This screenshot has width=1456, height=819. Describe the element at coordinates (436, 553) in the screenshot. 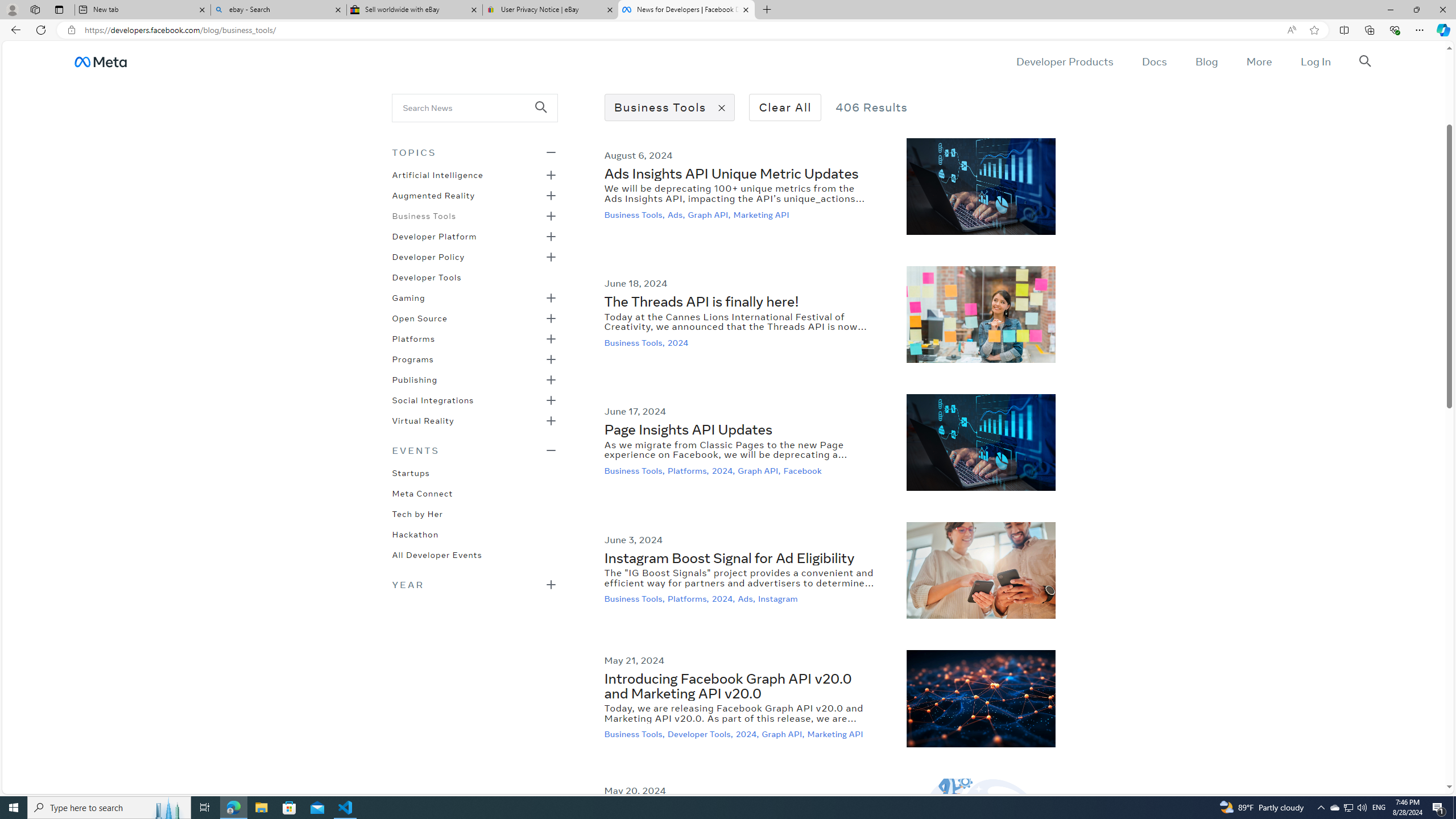

I see `'All Developer Events'` at that location.